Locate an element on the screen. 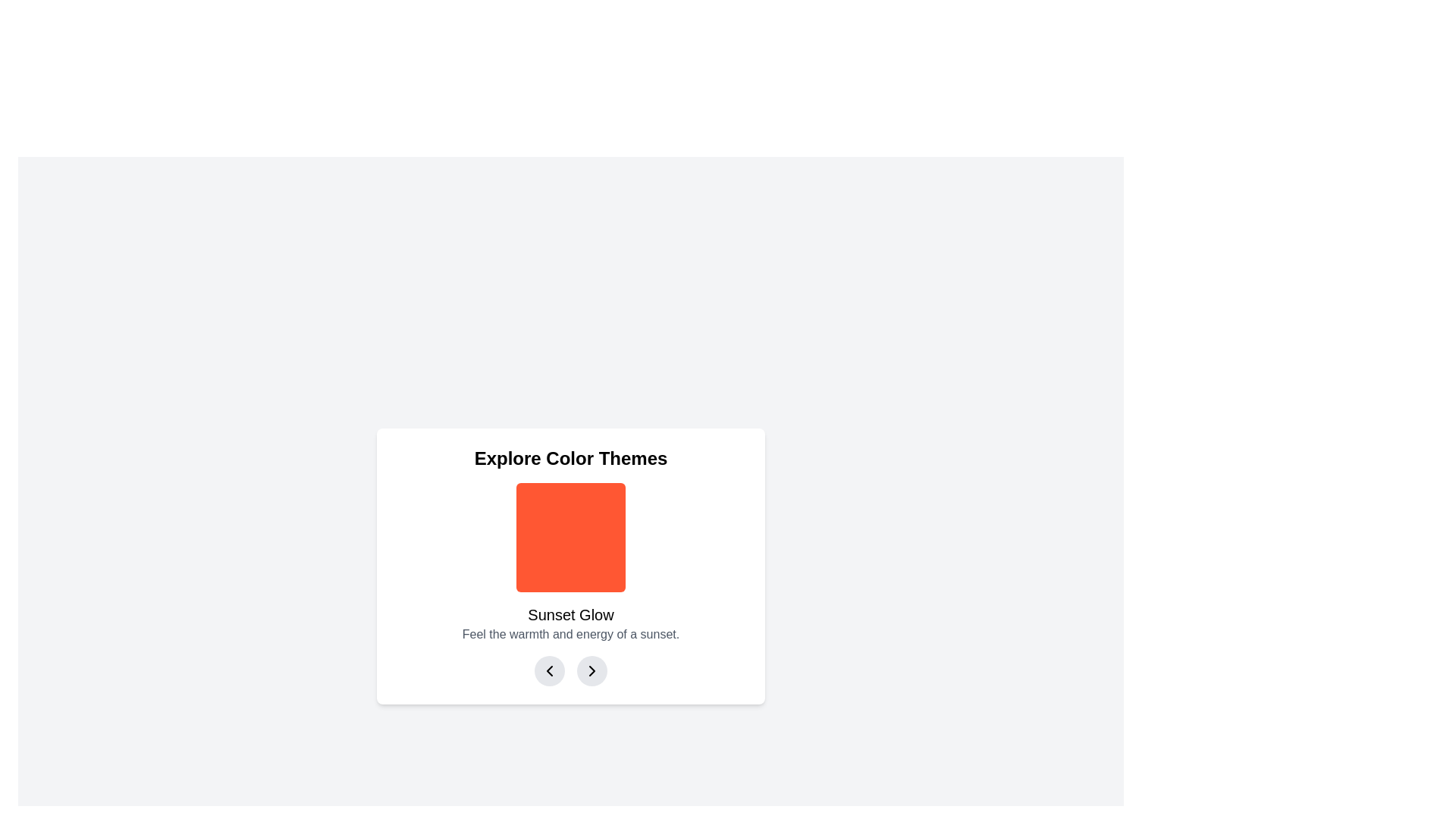  the circular button with a gray background and a right-facing chevron arrow to trigger its hover effect is located at coordinates (591, 670).